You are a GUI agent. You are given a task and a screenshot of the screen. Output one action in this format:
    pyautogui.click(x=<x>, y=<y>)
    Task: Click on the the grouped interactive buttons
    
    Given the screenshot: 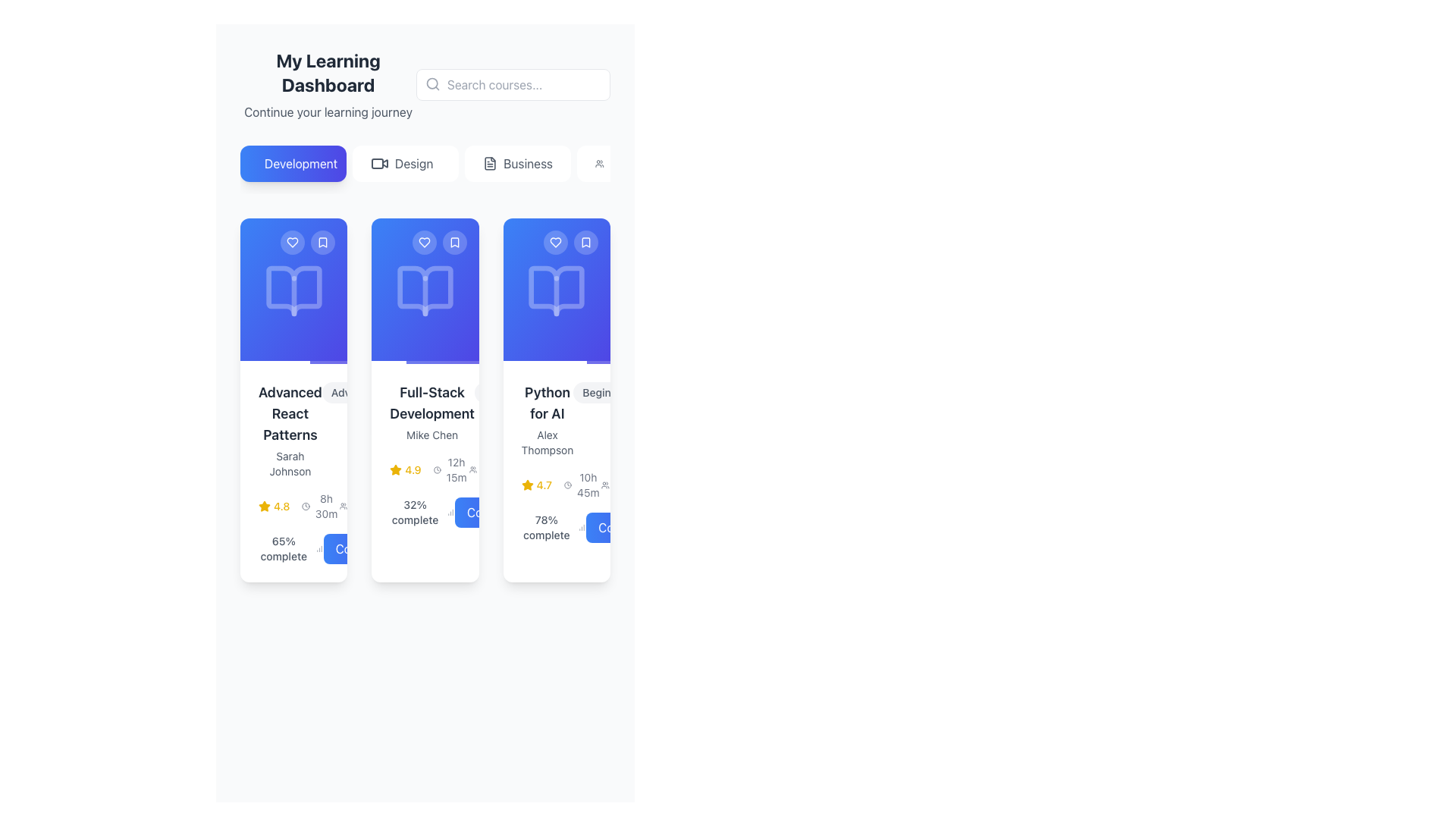 What is the action you would take?
    pyautogui.click(x=570, y=242)
    